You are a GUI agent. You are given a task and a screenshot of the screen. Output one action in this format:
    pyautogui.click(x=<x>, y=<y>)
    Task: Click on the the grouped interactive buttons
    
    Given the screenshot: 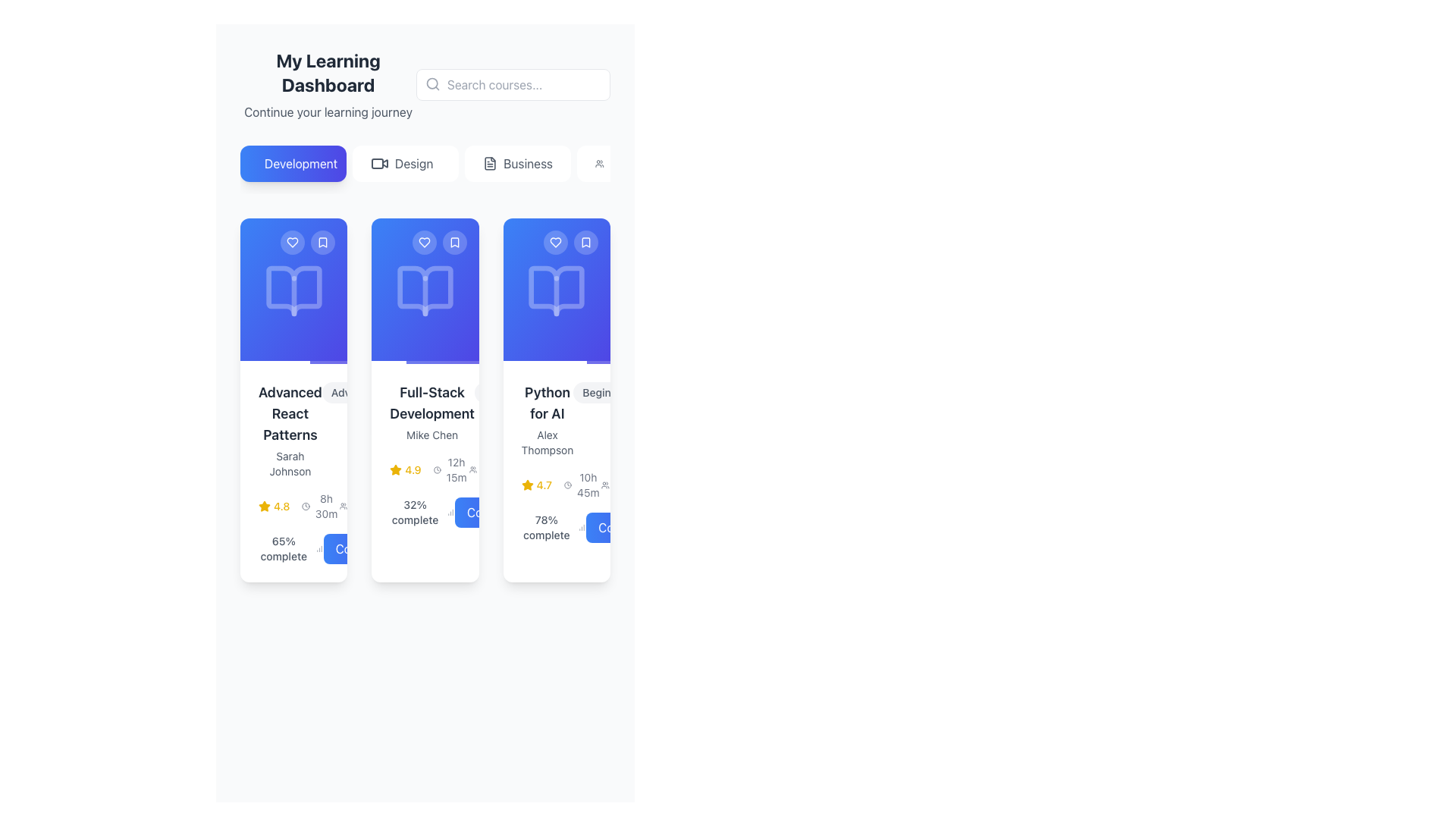 What is the action you would take?
    pyautogui.click(x=570, y=242)
    